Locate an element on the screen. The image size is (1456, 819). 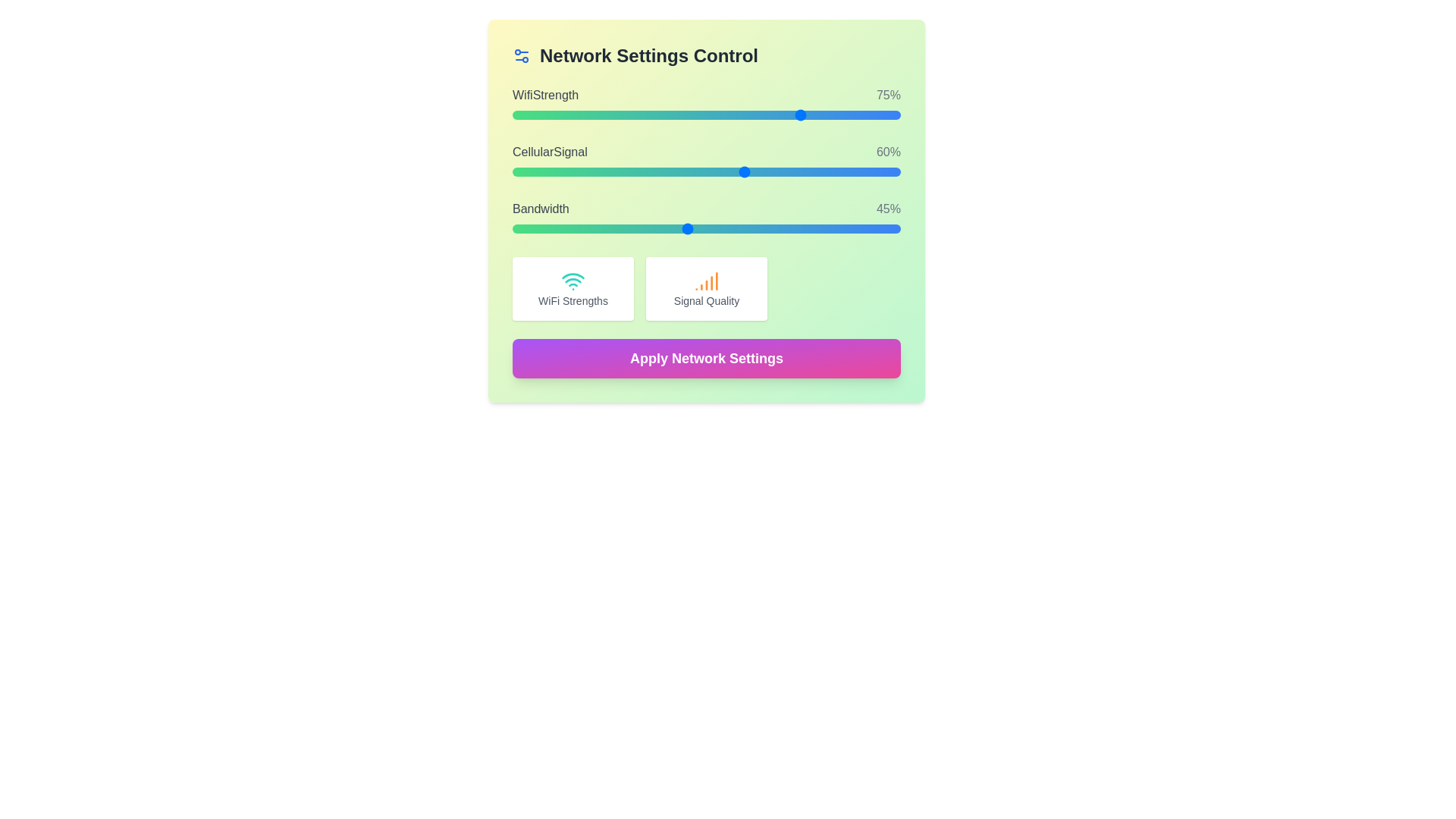
the Cellular Signal slider is located at coordinates (551, 171).